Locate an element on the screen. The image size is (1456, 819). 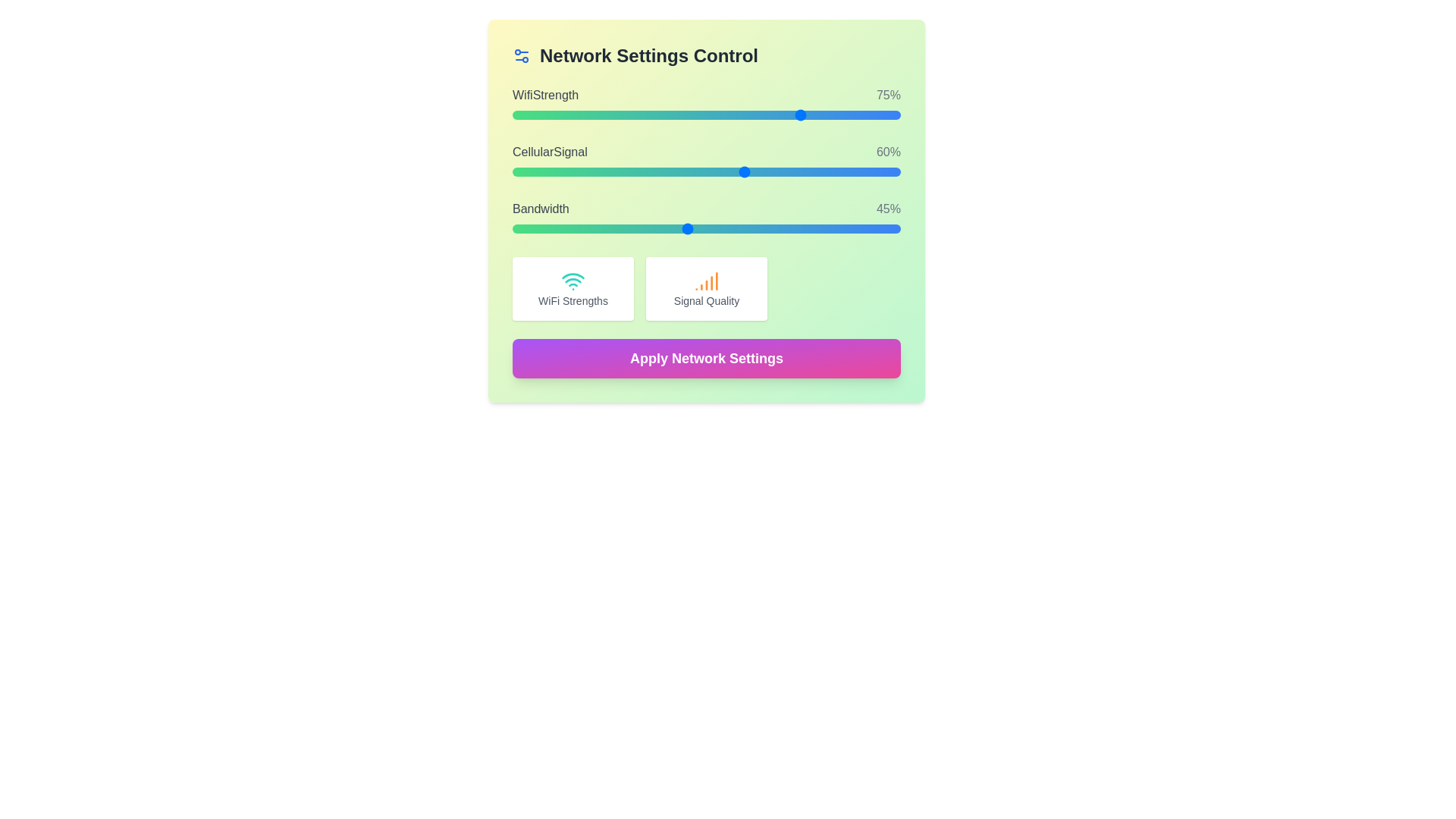
the Cellular Signal slider is located at coordinates (551, 171).